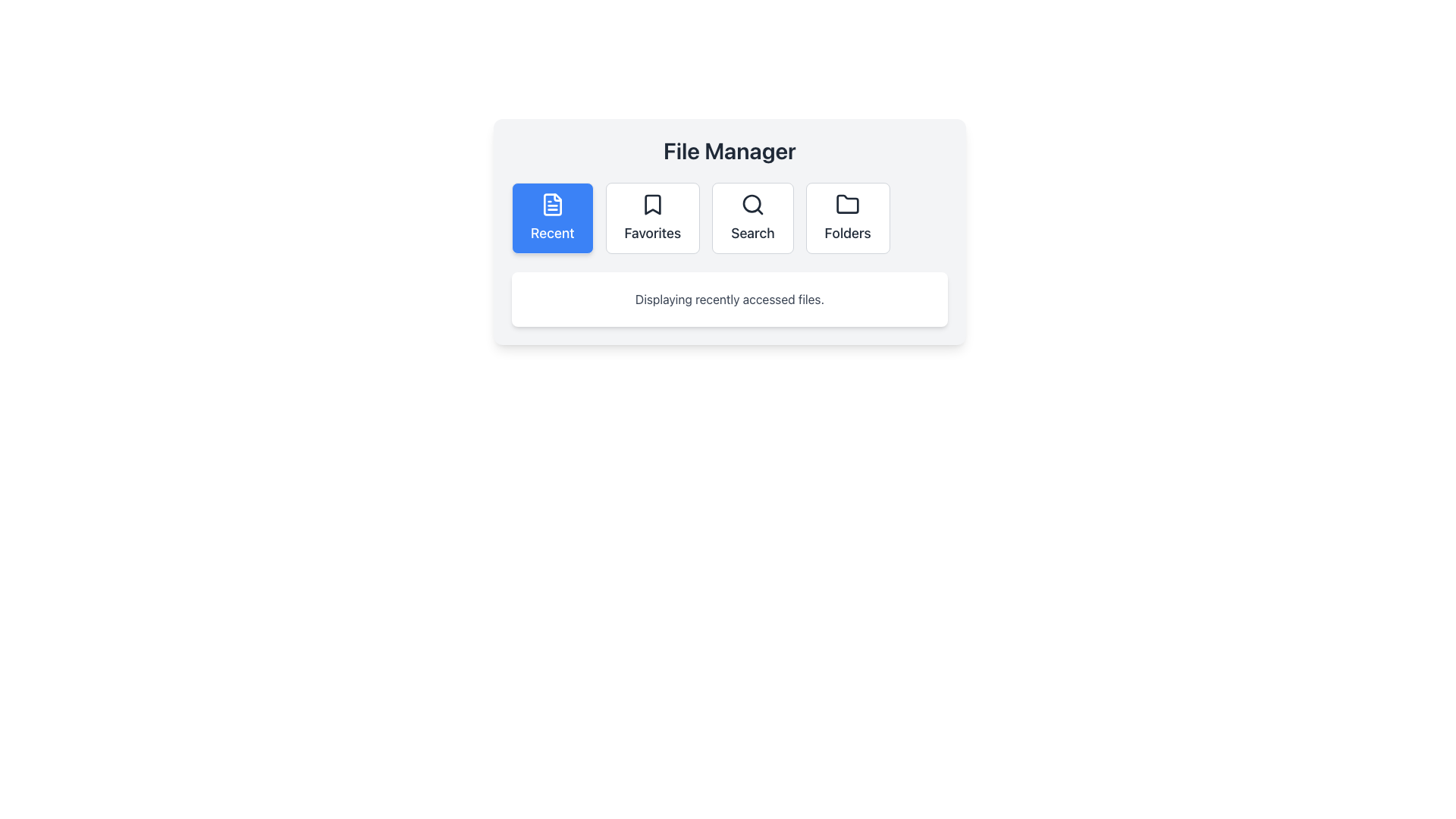 This screenshot has height=819, width=1456. Describe the element at coordinates (551, 205) in the screenshot. I see `the 'Recent' files icon located in the horizontal navigation bar of the file manager interface` at that location.